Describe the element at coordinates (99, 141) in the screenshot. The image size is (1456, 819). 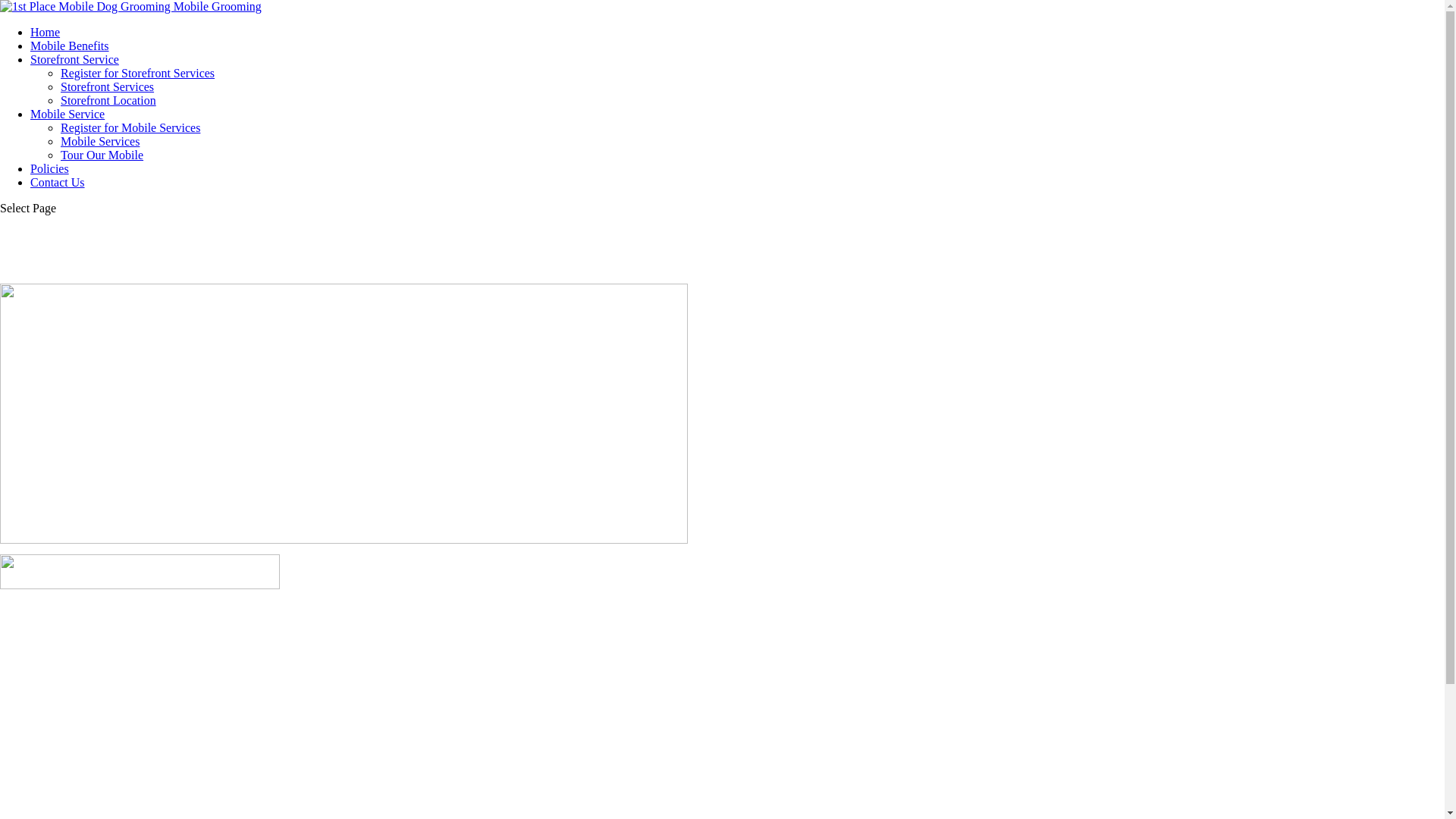
I see `'Mobile Services'` at that location.